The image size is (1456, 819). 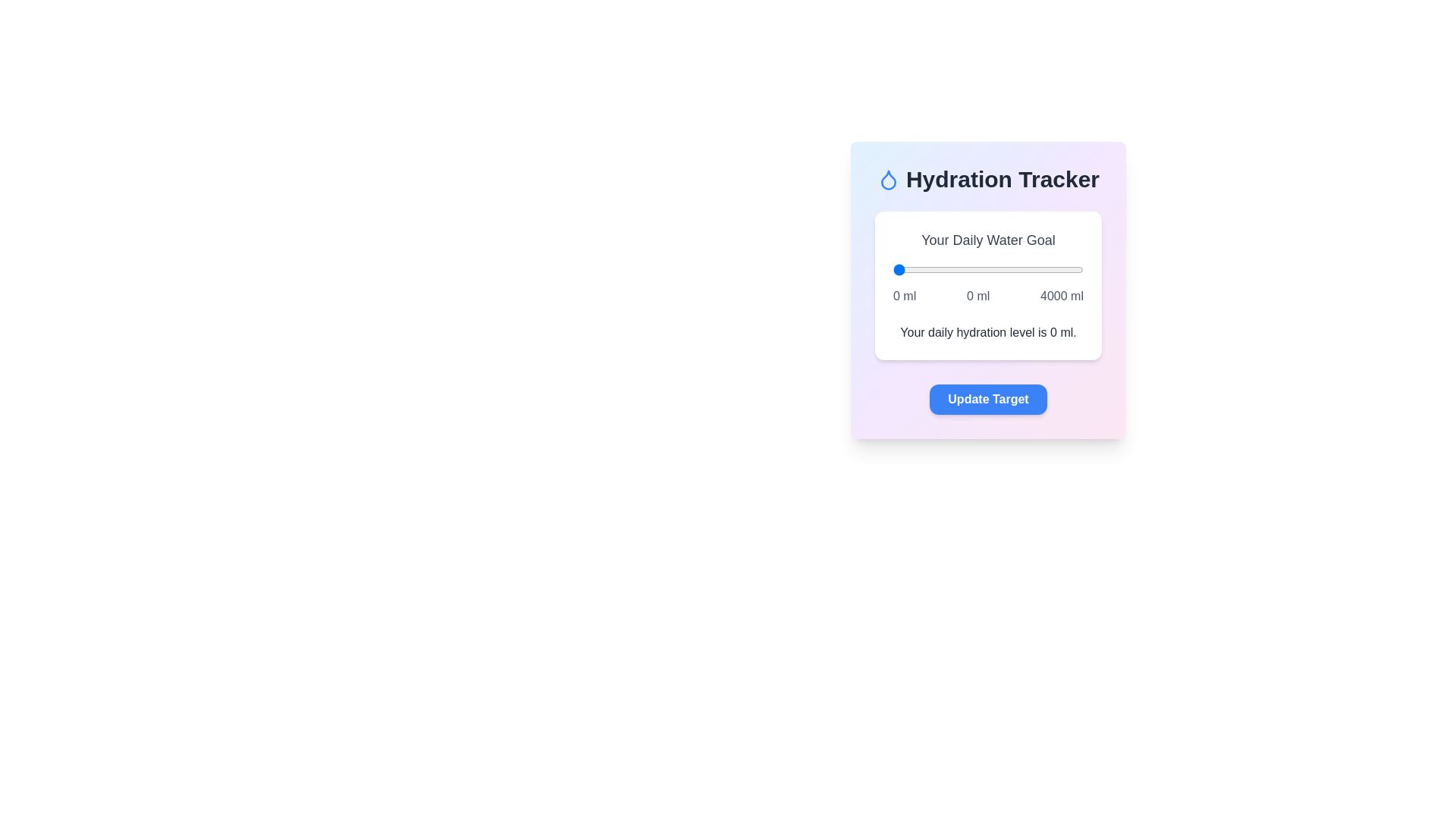 I want to click on the water intake slider to 2074 ml, so click(x=992, y=268).